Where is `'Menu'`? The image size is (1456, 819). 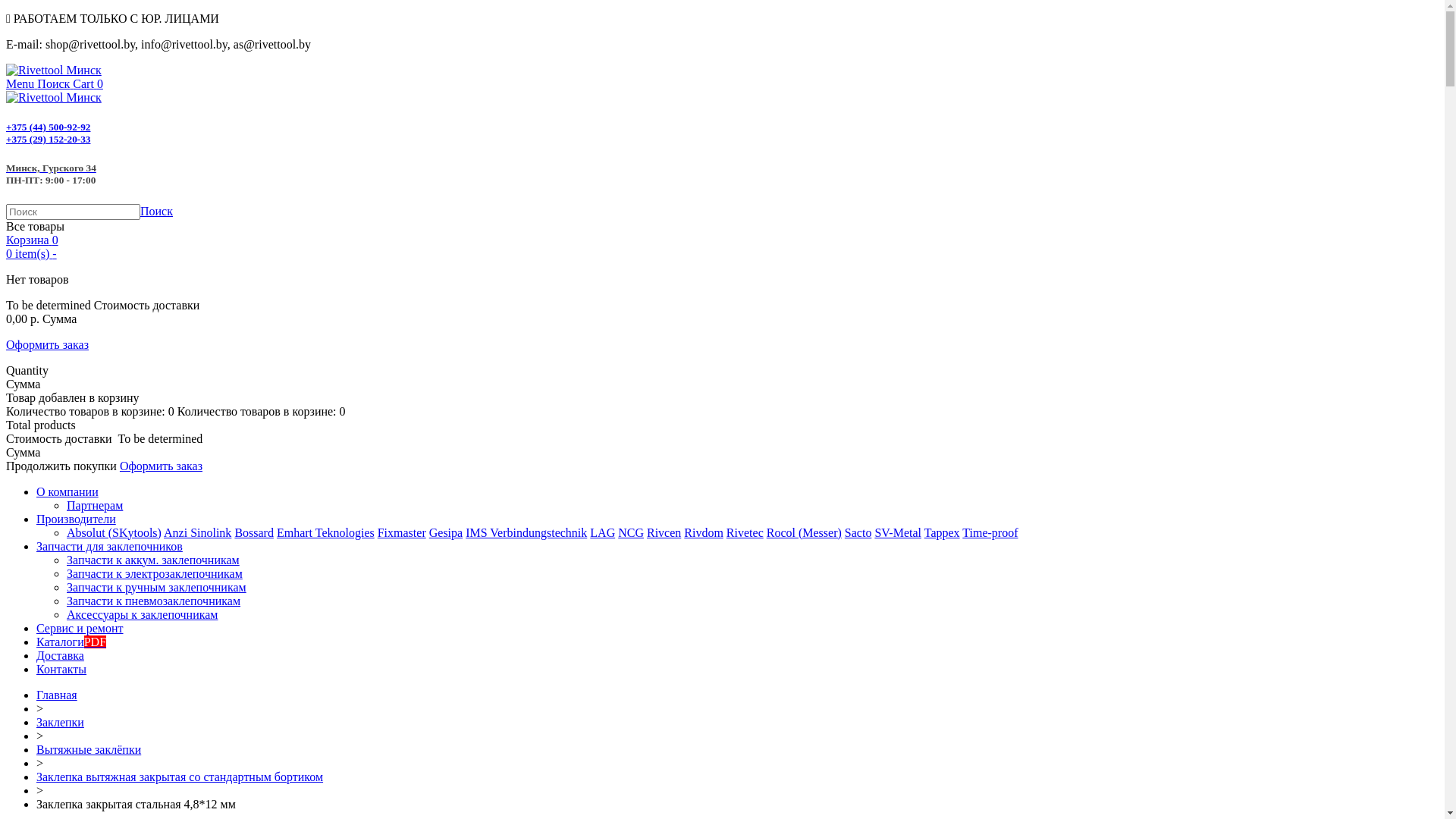 'Menu' is located at coordinates (6, 83).